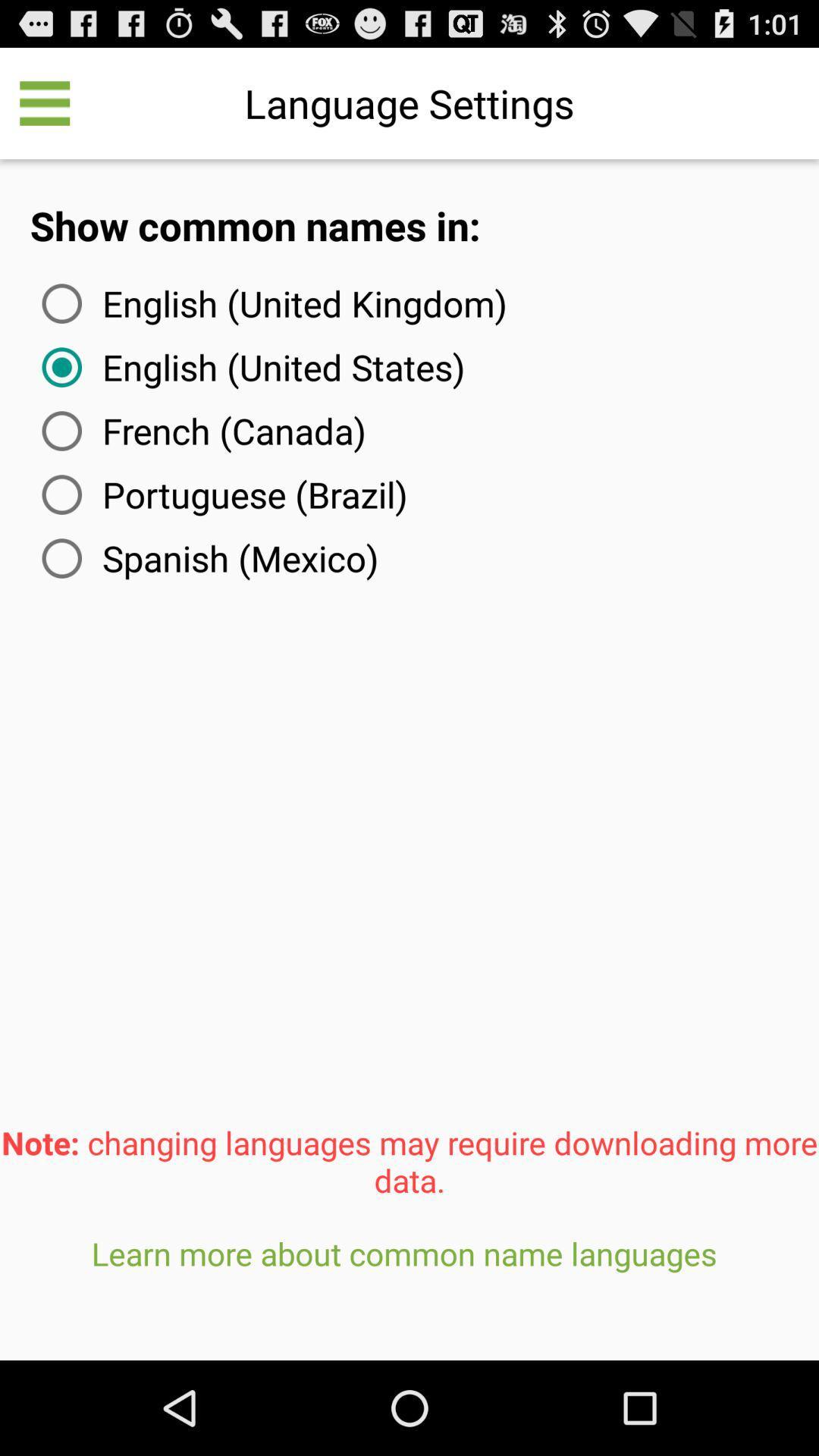 The height and width of the screenshot is (1456, 819). Describe the element at coordinates (221, 494) in the screenshot. I see `portuguese (brazil) icon` at that location.